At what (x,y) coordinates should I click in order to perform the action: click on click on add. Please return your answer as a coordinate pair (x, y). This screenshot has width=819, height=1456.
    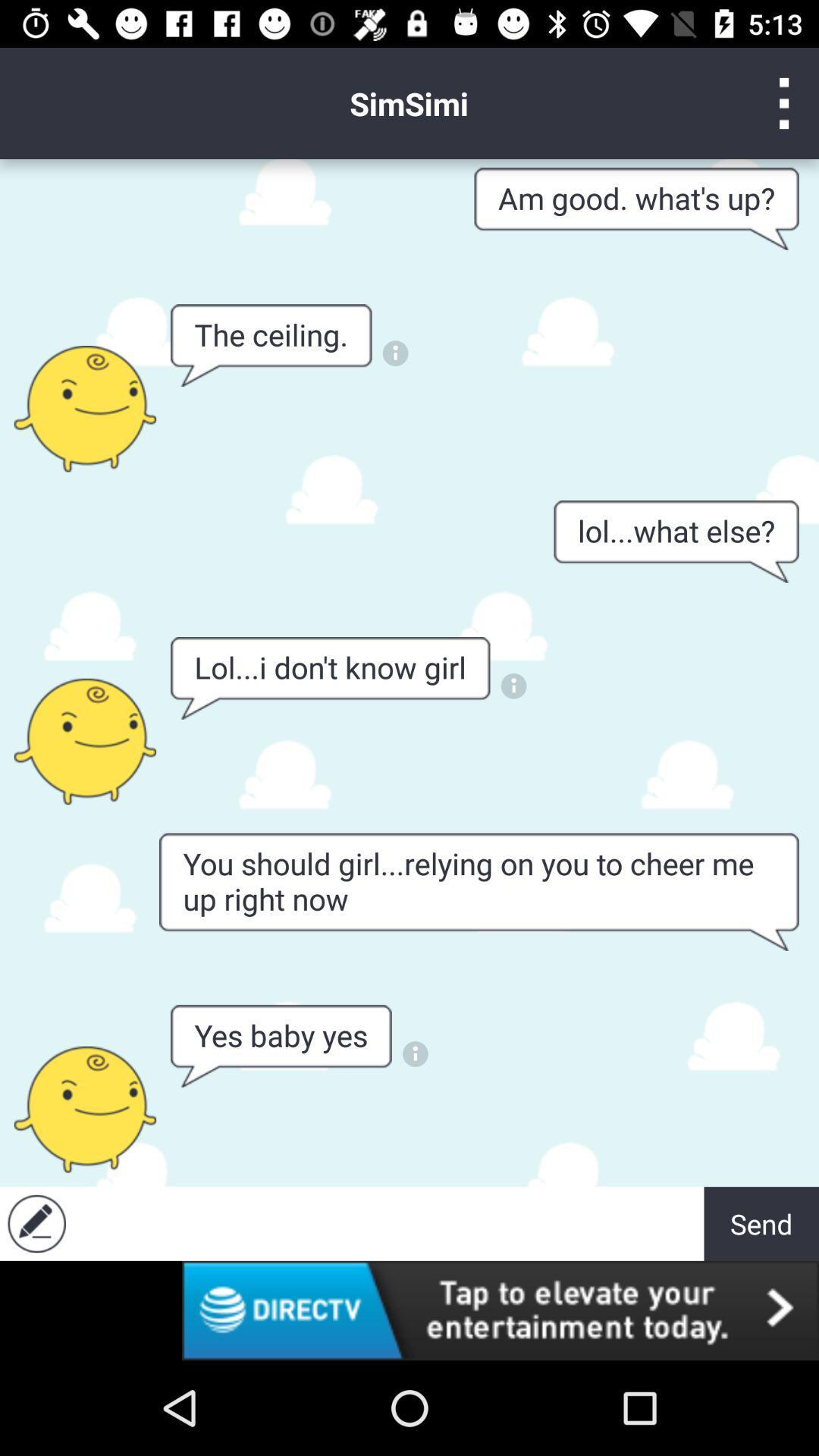
    Looking at the image, I should click on (388, 1223).